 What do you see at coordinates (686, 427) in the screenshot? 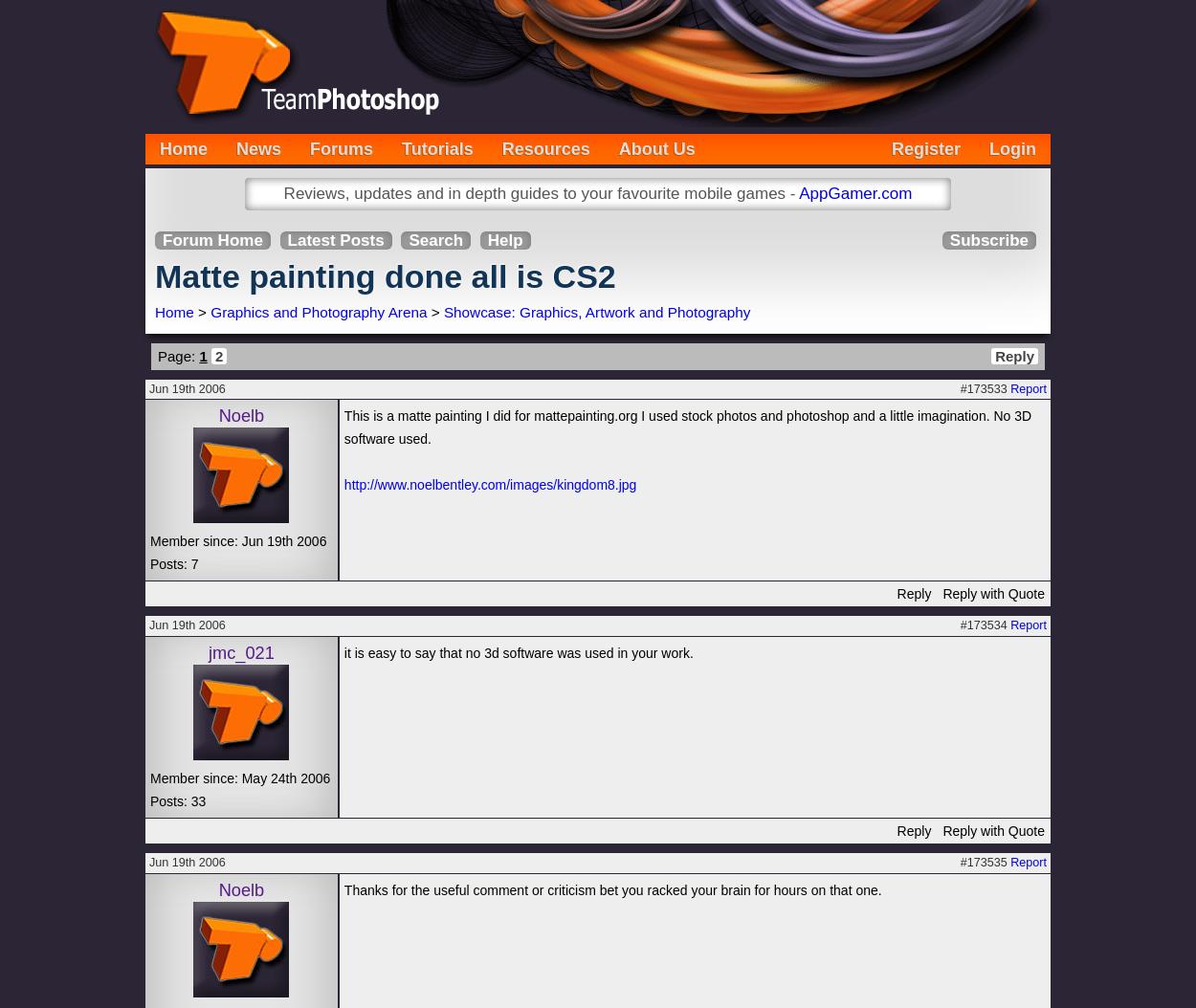
I see `'This is a matte painting I did for mattepainting.org  I used stock photos and photoshop and a little imagination. No 3D software used.'` at bounding box center [686, 427].